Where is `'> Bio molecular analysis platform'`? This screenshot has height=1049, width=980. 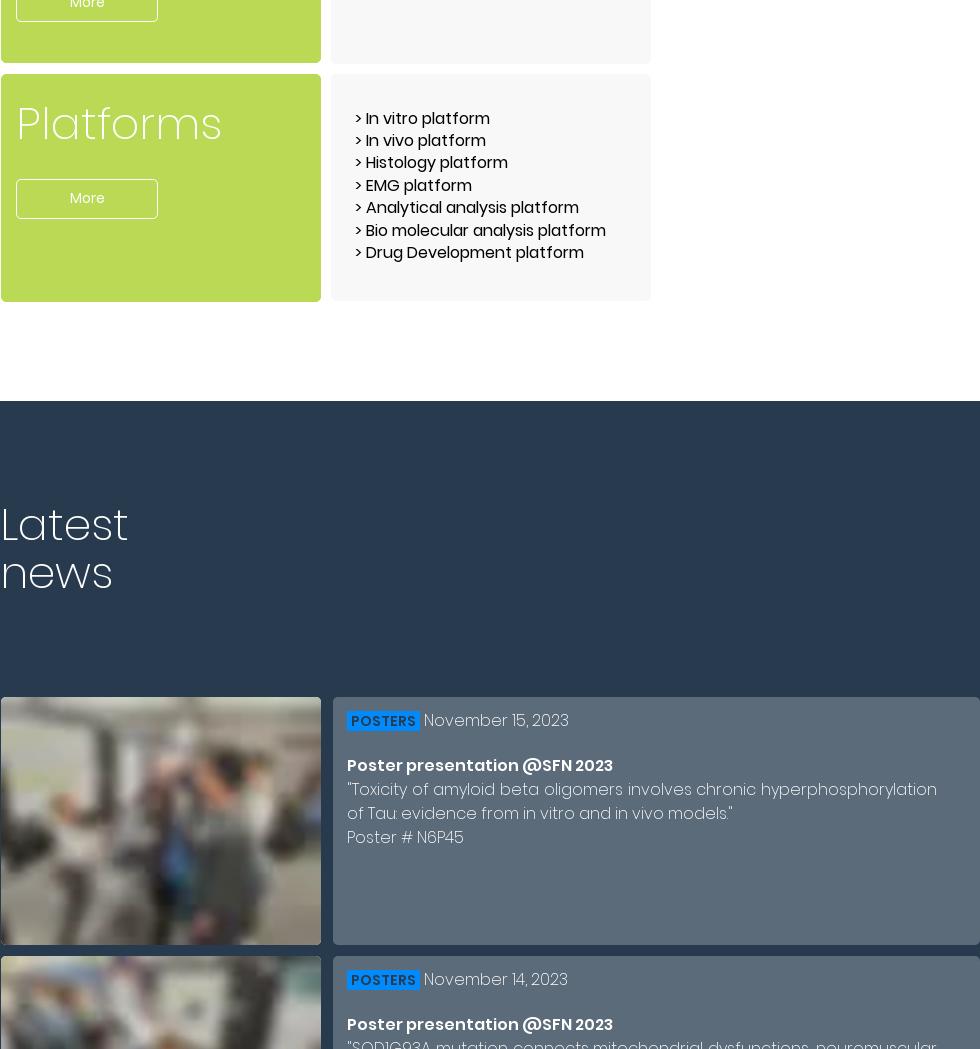 '> Bio molecular analysis platform' is located at coordinates (480, 229).